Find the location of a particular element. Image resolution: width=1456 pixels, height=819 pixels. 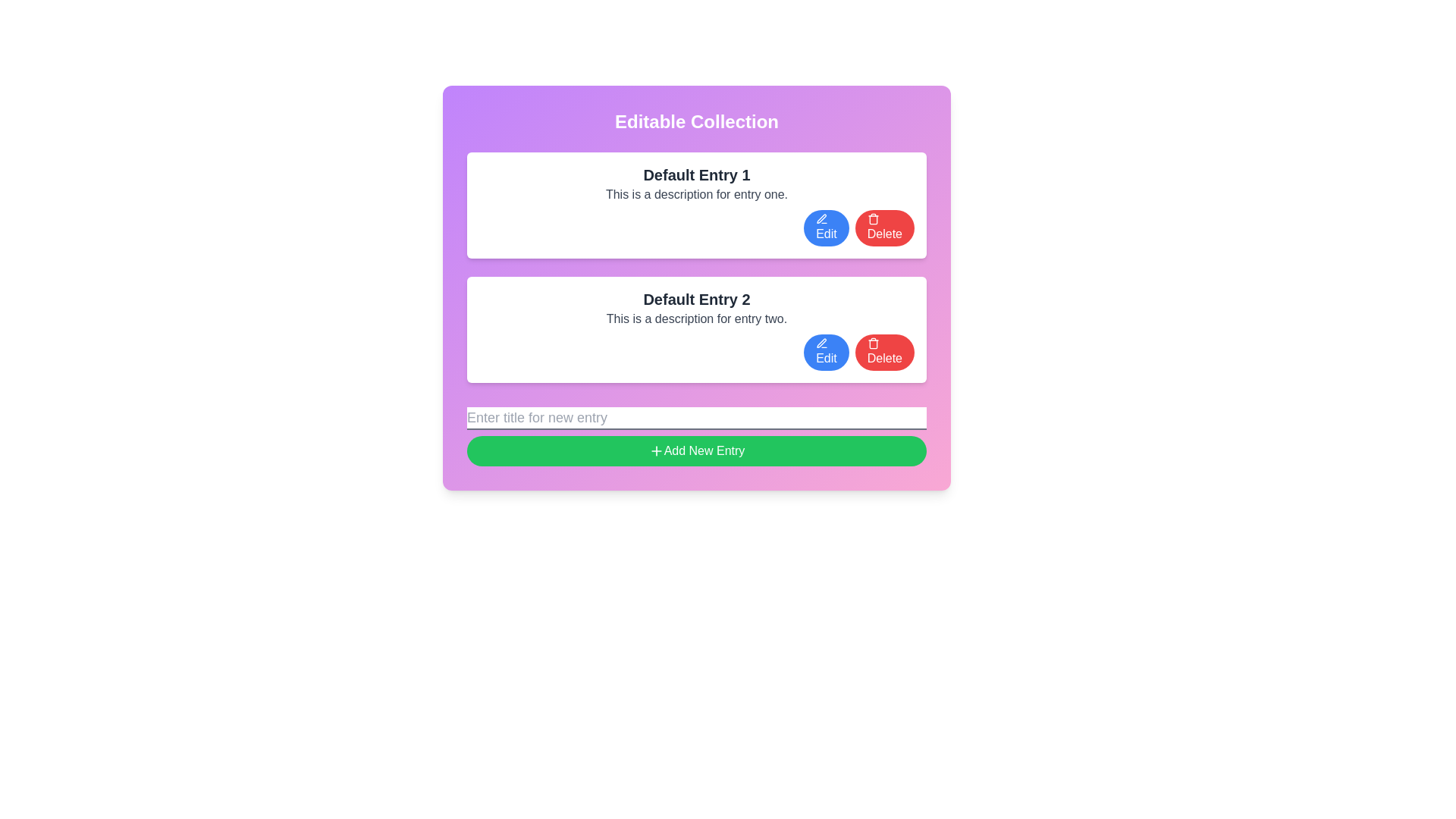

the red, rounded 'Delete' button located at the bottom-right corner of the content card labeled 'Default Entry 2' is located at coordinates (884, 353).